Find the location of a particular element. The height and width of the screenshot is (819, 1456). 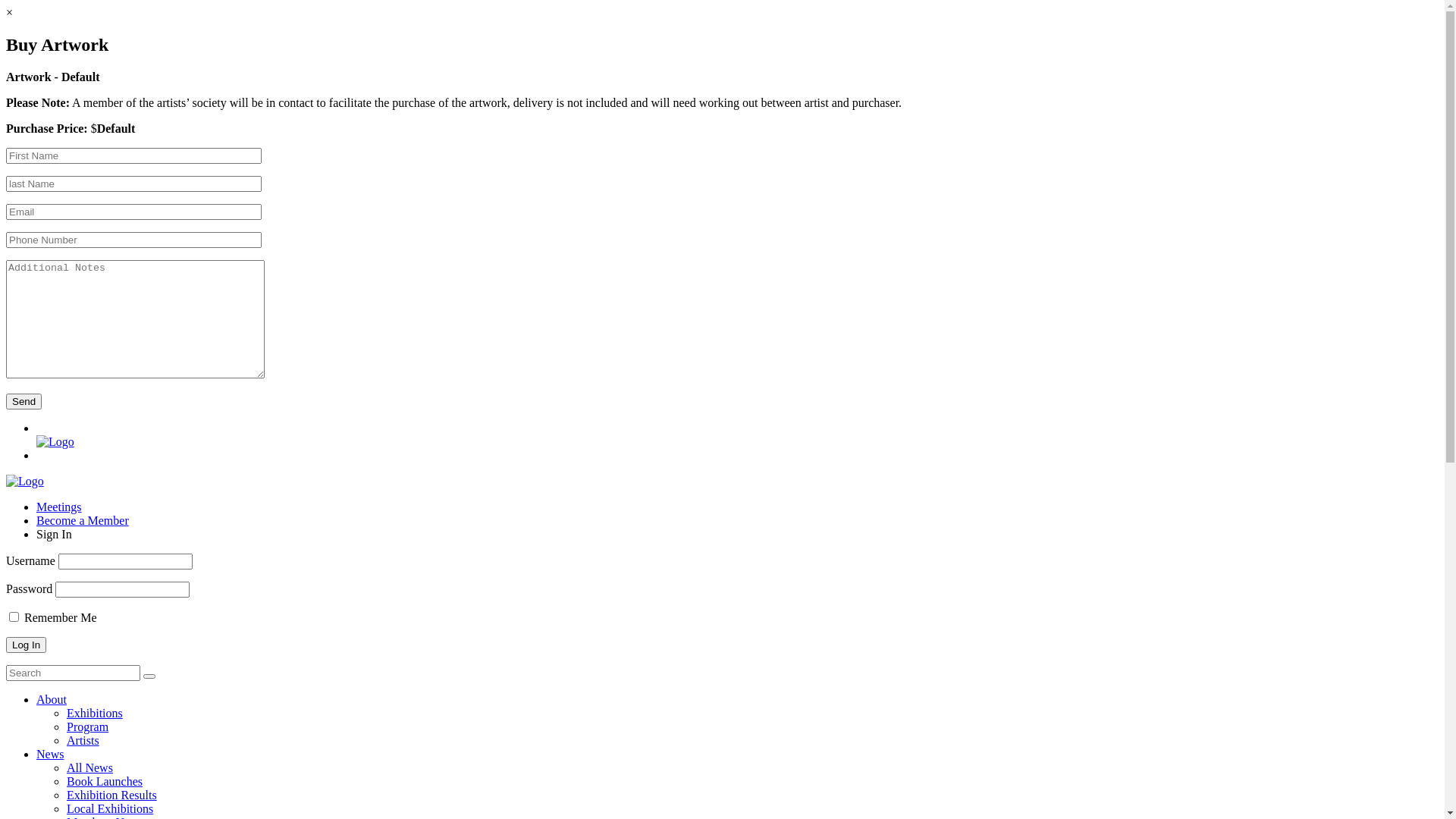

'Book Launches' is located at coordinates (104, 781).